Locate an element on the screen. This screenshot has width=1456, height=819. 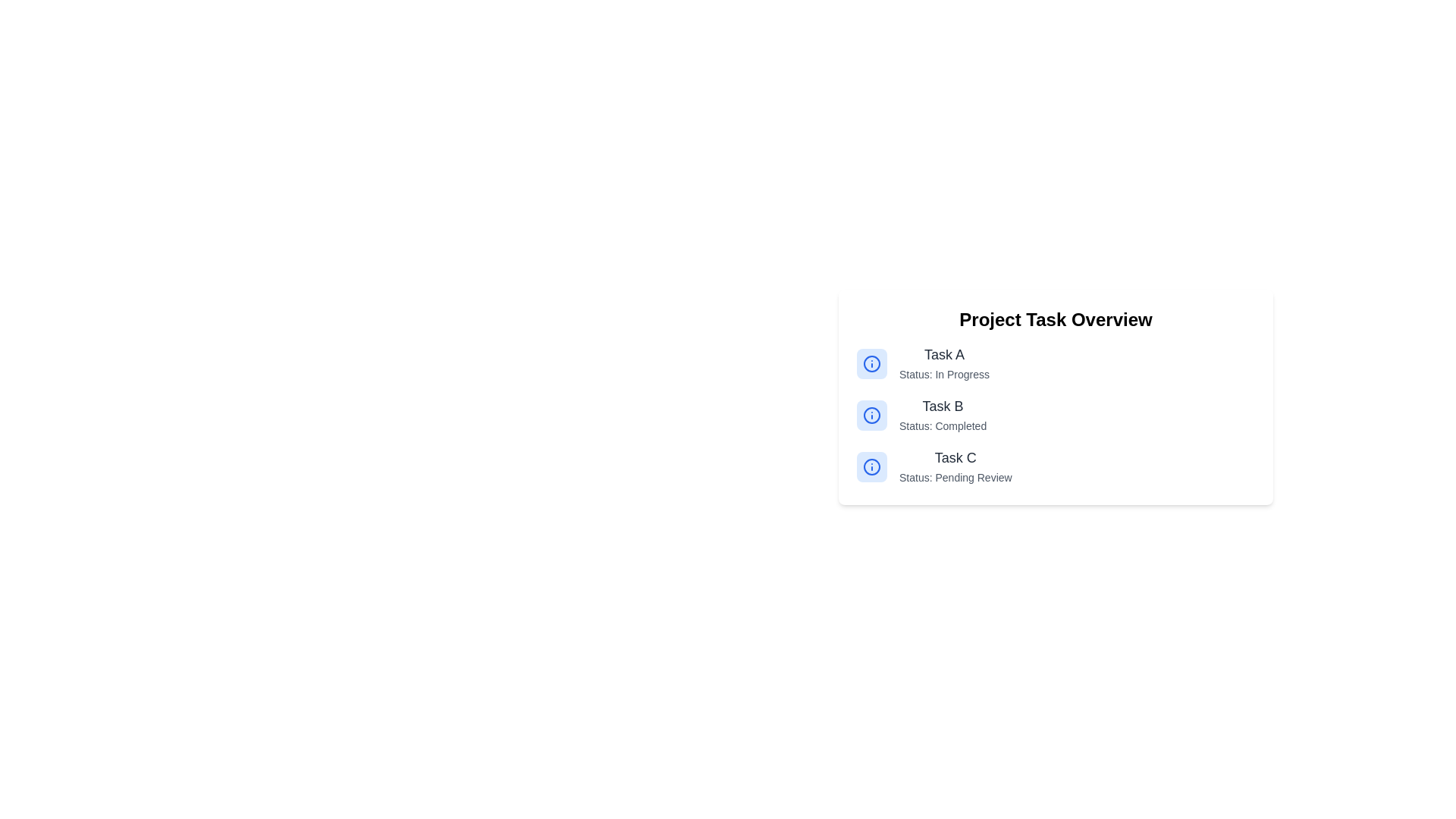
the small circular icon with a blue outline and a central dot located at the top of the vertical sequence of icons in the 'Project Task Overview' card is located at coordinates (872, 363).